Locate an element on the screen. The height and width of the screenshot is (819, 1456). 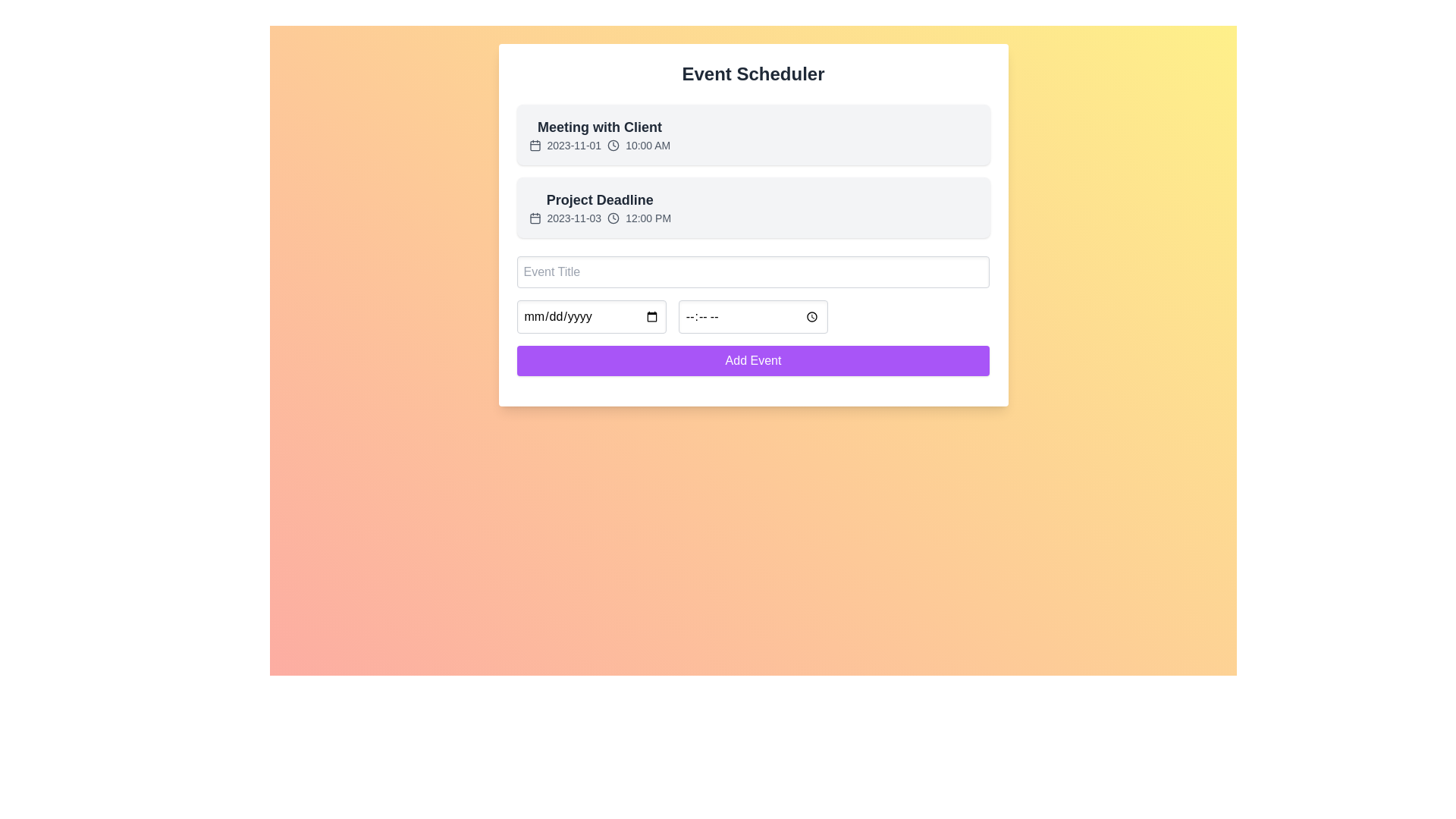
the button at the bottom of the form is located at coordinates (753, 360).